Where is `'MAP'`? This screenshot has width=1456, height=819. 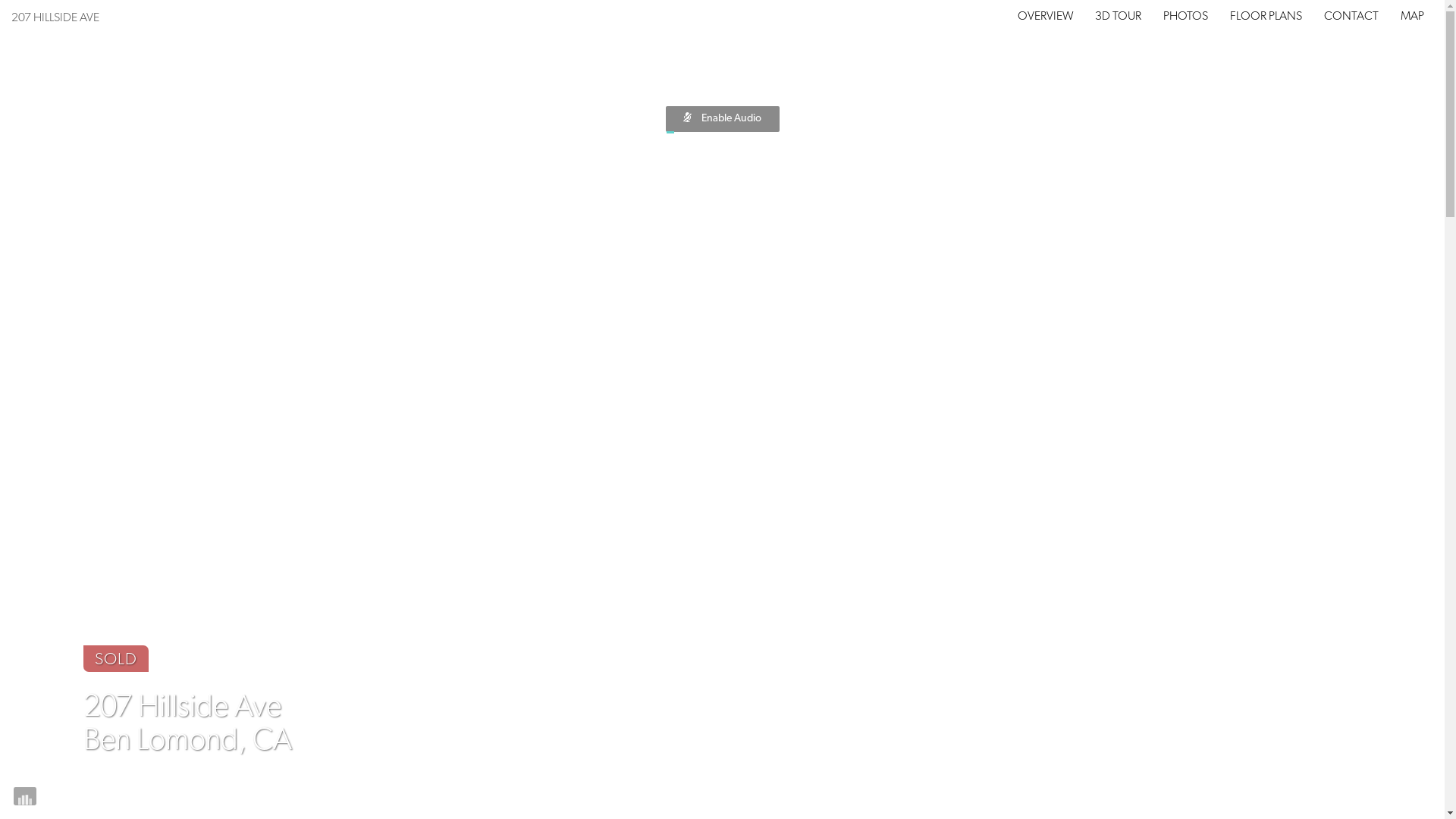
'MAP' is located at coordinates (1411, 17).